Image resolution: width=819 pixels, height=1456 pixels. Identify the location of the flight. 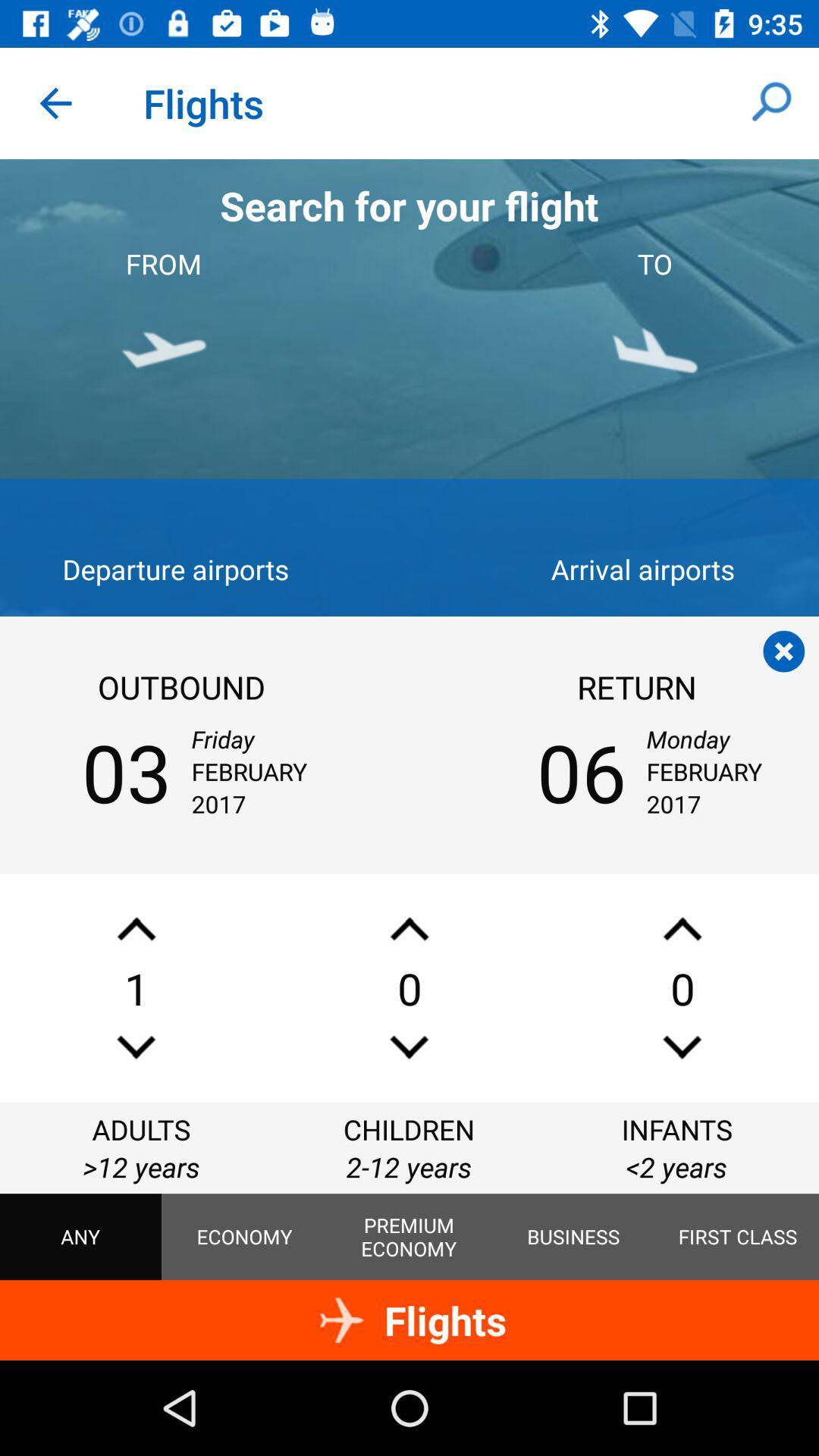
(783, 651).